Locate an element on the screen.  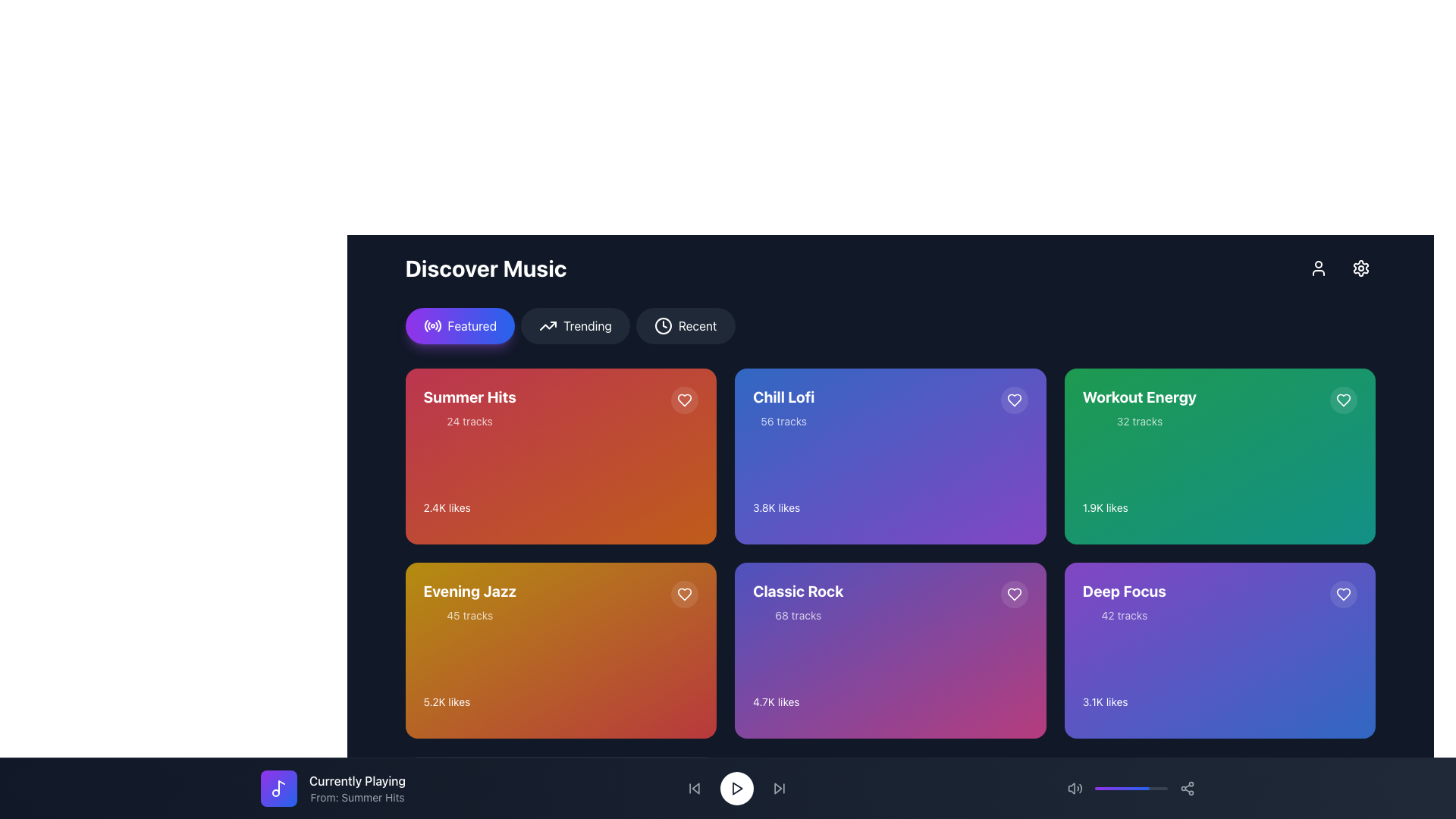
the gear-like settings icon located near the upper-right corner of the interface is located at coordinates (1360, 268).